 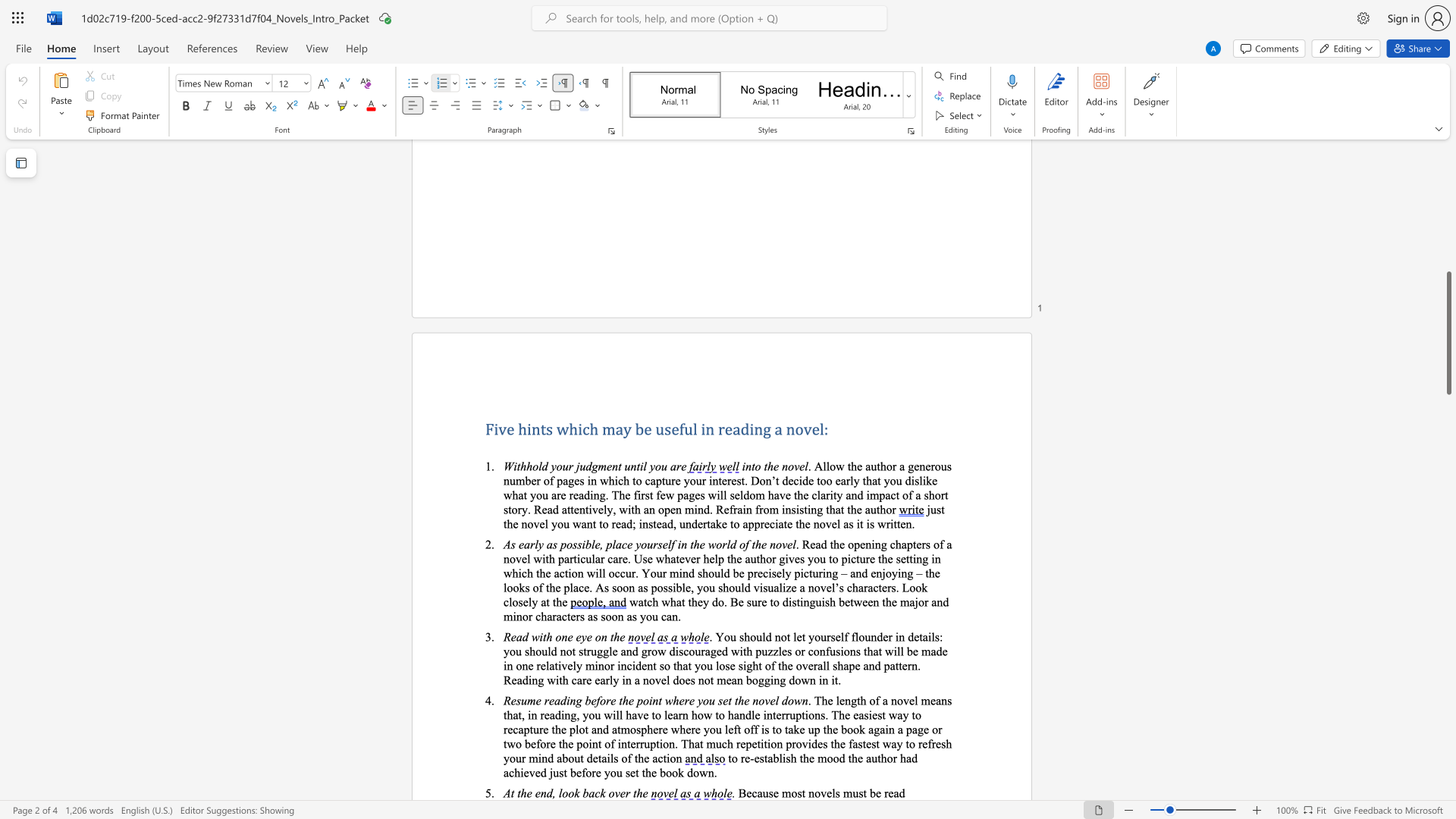 What do you see at coordinates (548, 792) in the screenshot?
I see `the 1th character "d" in the text` at bounding box center [548, 792].